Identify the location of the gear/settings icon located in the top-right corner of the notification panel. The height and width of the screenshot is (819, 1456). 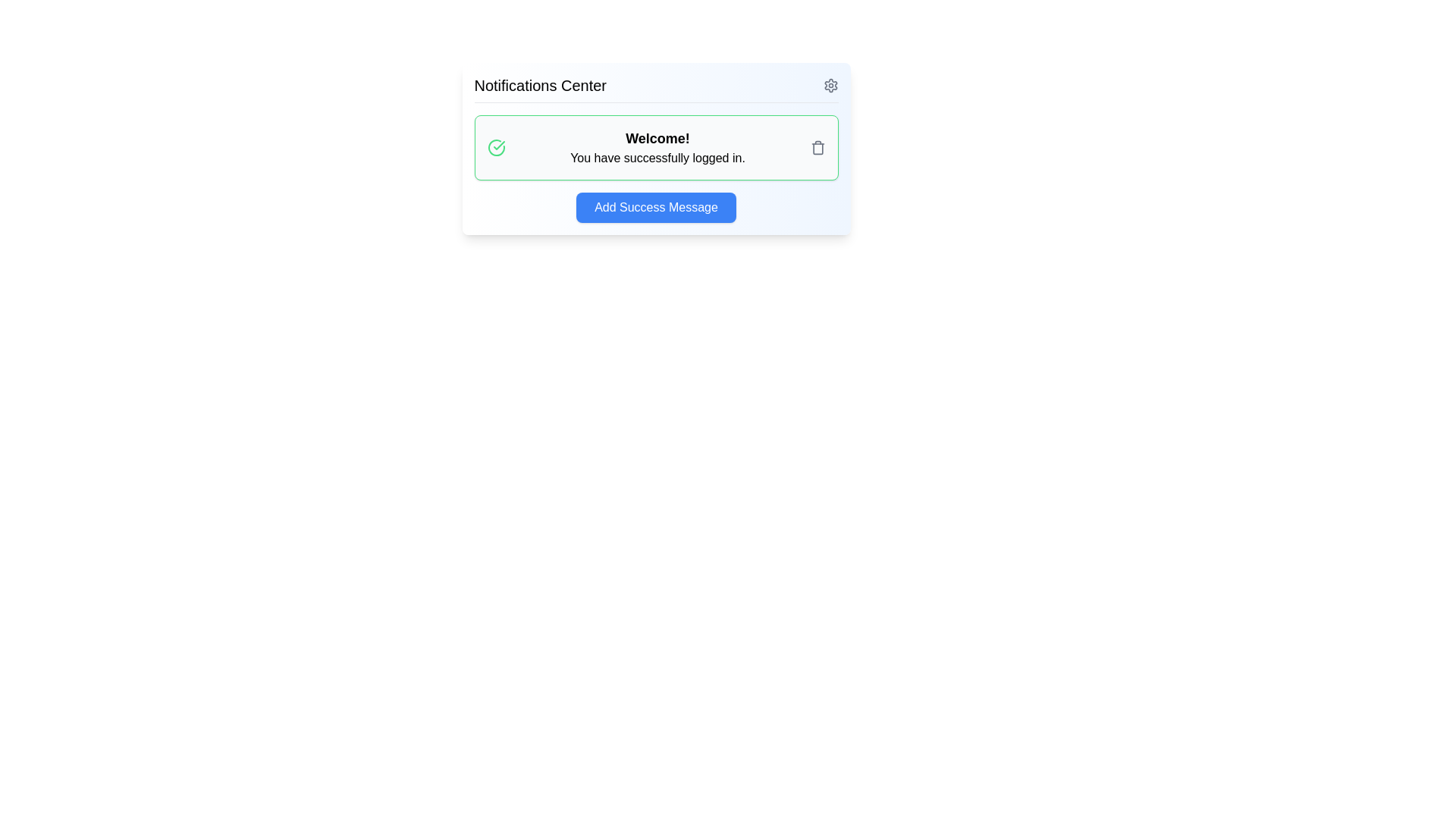
(830, 85).